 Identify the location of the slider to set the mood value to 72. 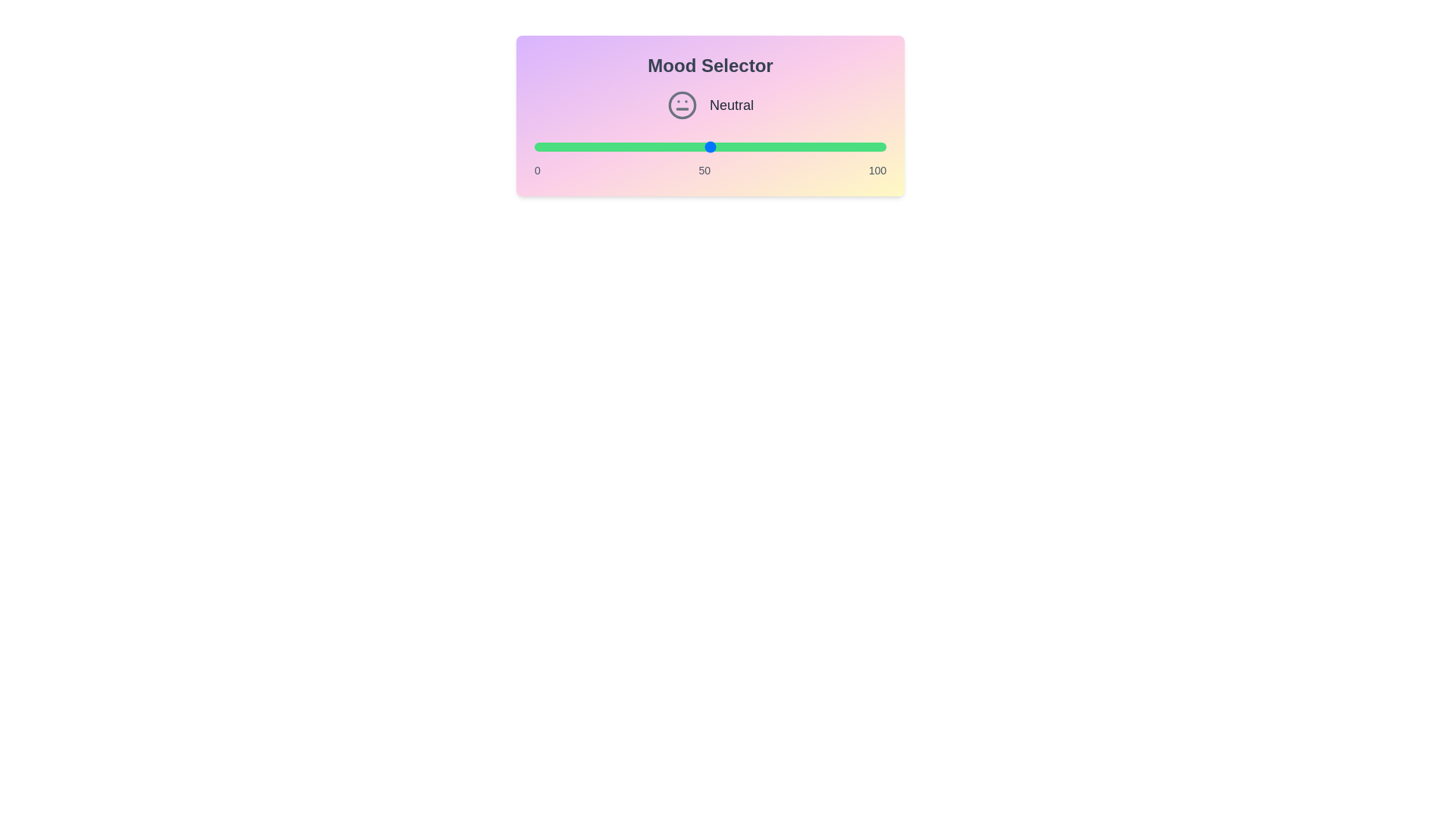
(788, 146).